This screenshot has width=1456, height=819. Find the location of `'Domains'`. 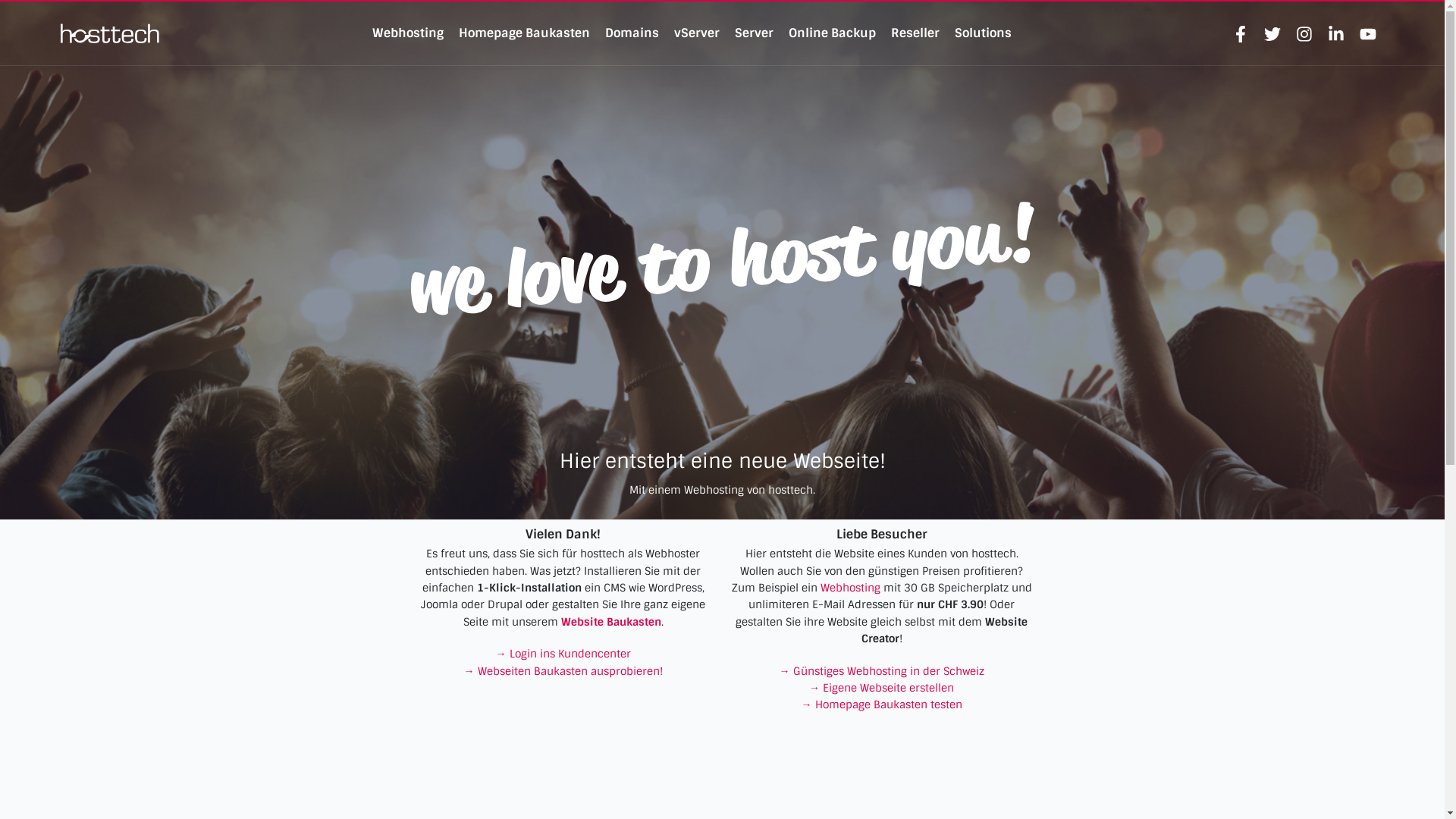

'Domains' is located at coordinates (604, 33).